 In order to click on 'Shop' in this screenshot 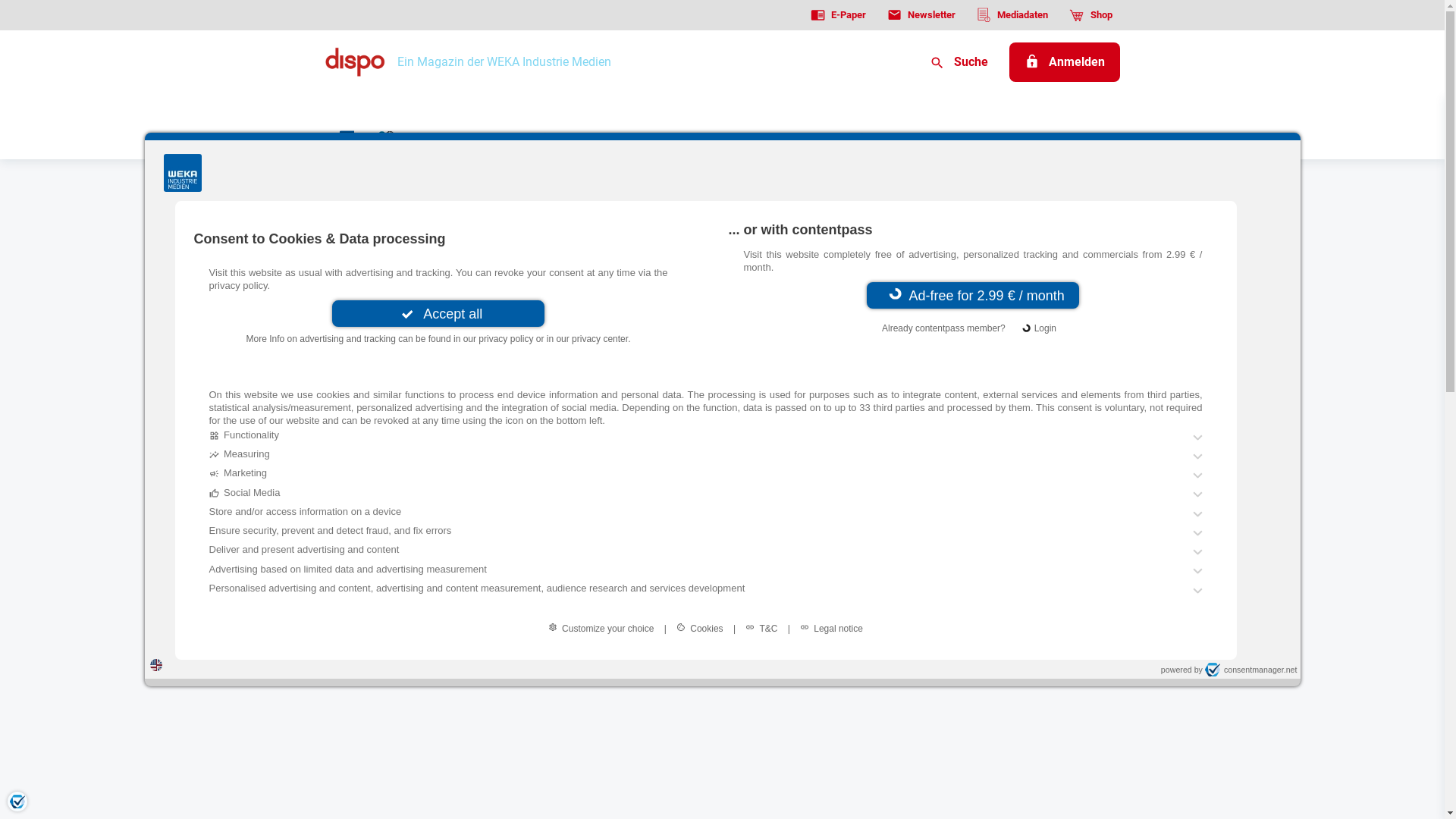, I will do `click(1090, 14)`.